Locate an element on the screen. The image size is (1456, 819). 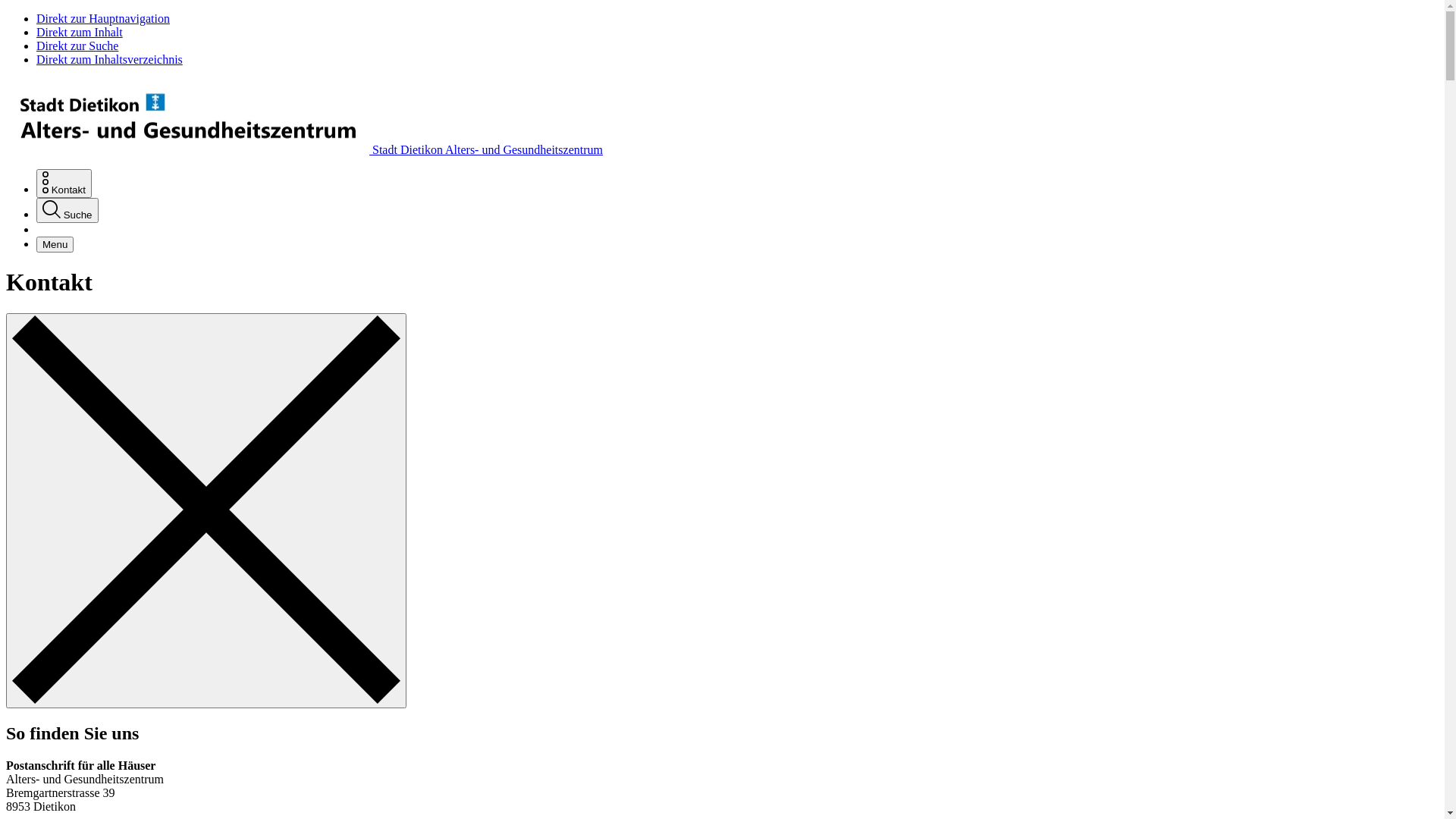
'Suche' is located at coordinates (67, 210).